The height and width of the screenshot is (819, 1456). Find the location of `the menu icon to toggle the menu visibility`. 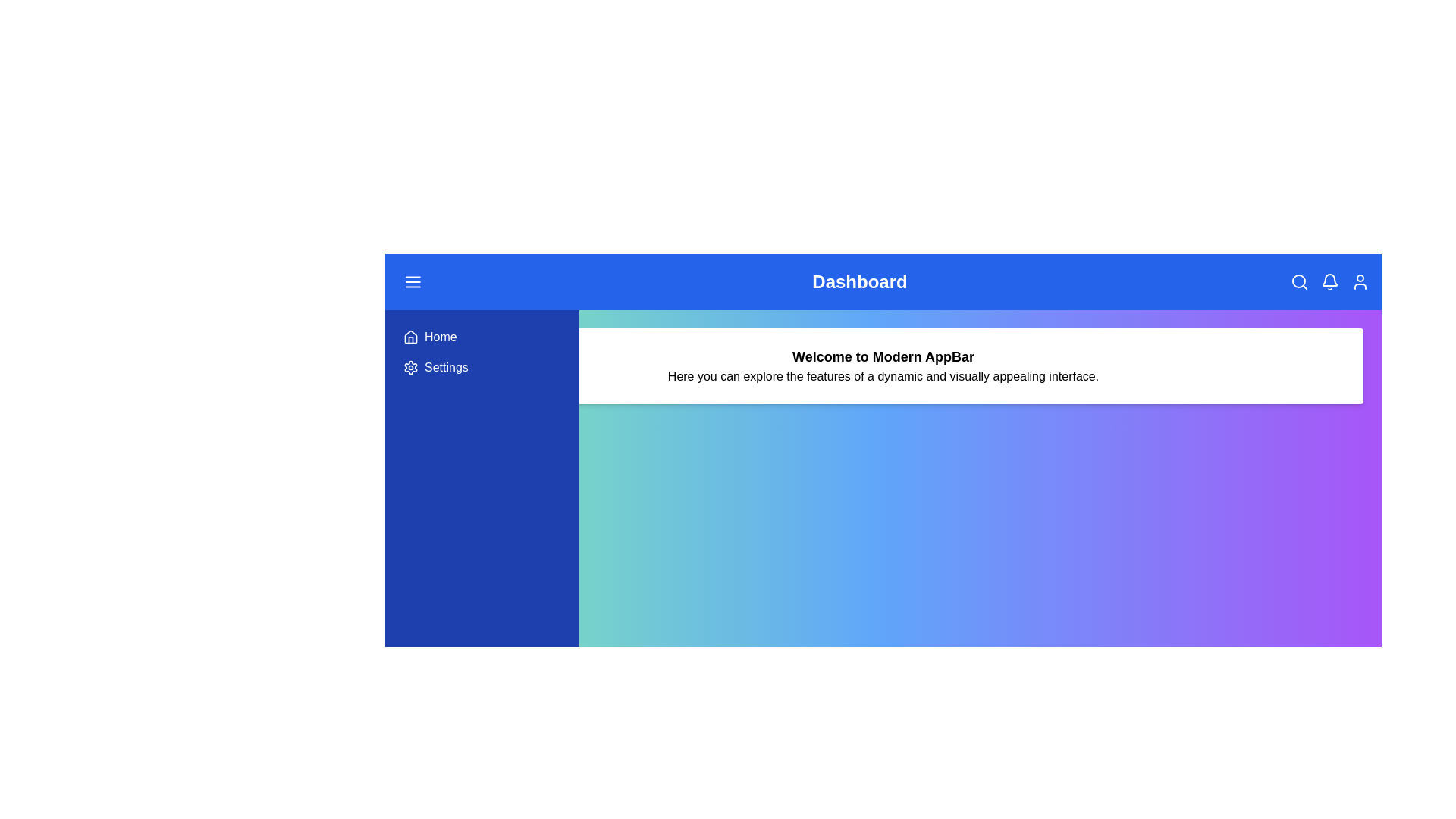

the menu icon to toggle the menu visibility is located at coordinates (413, 281).